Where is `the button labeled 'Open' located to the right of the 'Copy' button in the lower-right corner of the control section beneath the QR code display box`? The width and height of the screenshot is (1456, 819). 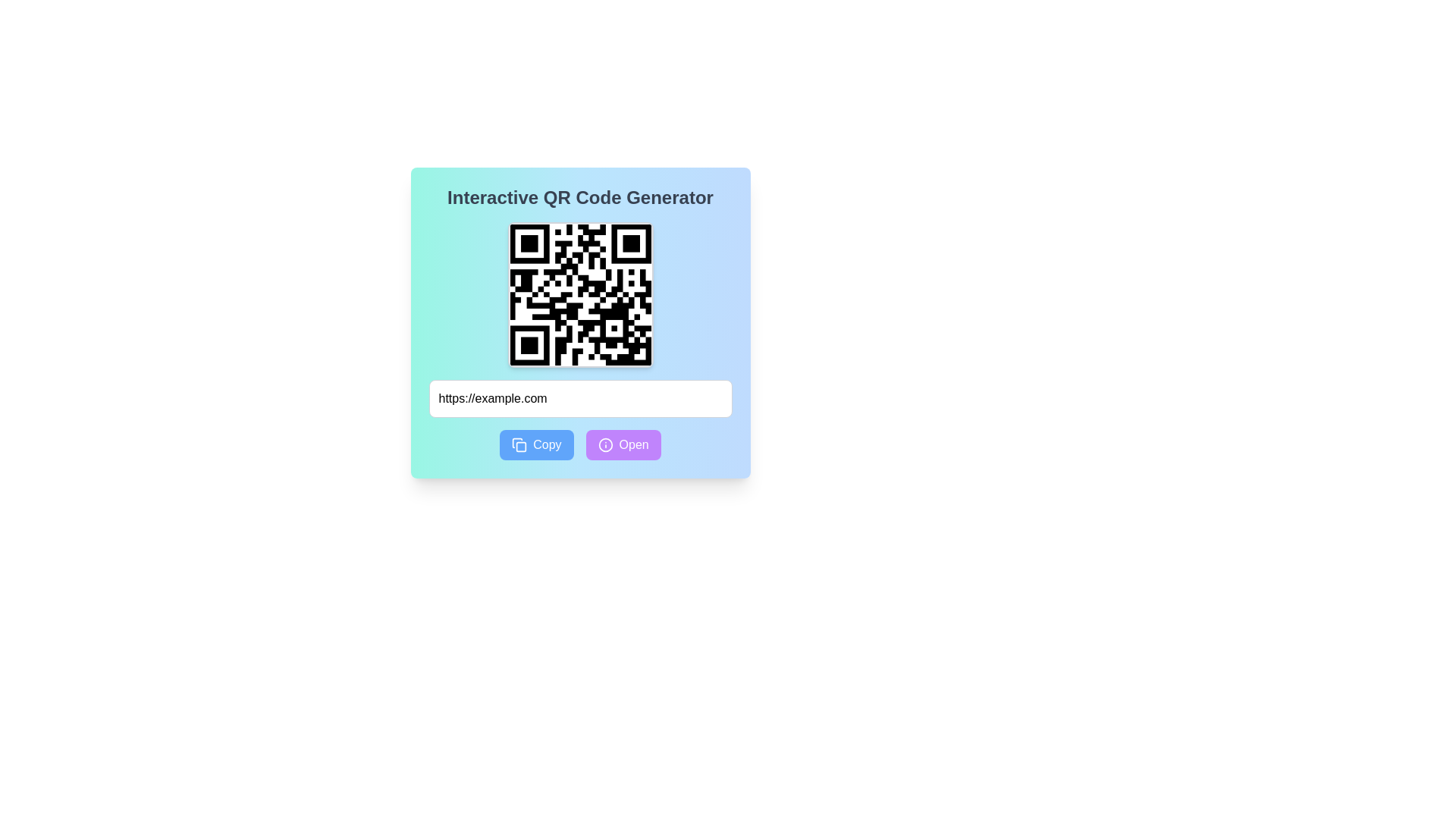 the button labeled 'Open' located to the right of the 'Copy' button in the lower-right corner of the control section beneath the QR code display box is located at coordinates (623, 444).